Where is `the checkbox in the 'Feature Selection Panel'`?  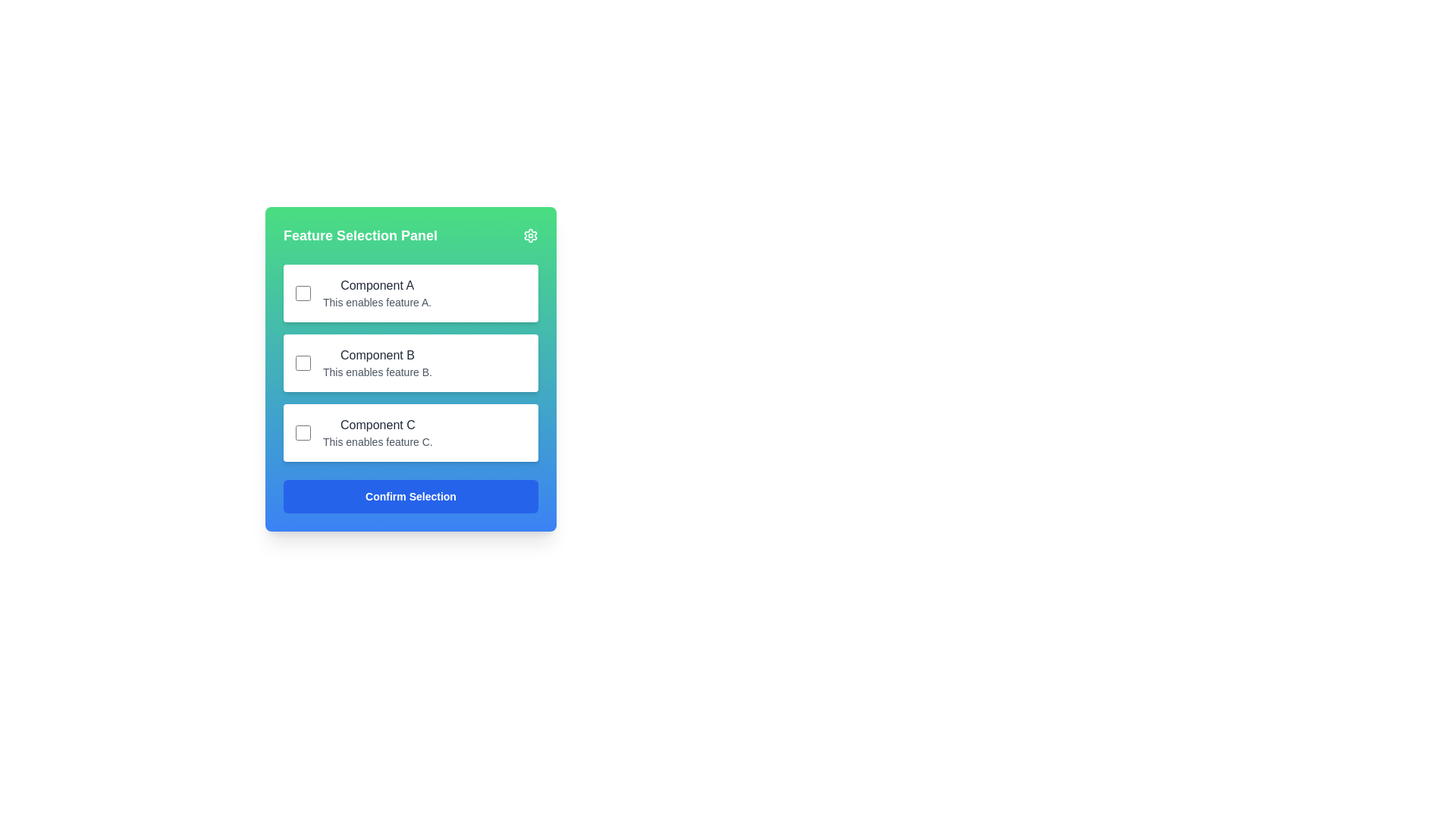
the checkbox in the 'Feature Selection Panel' is located at coordinates (411, 369).